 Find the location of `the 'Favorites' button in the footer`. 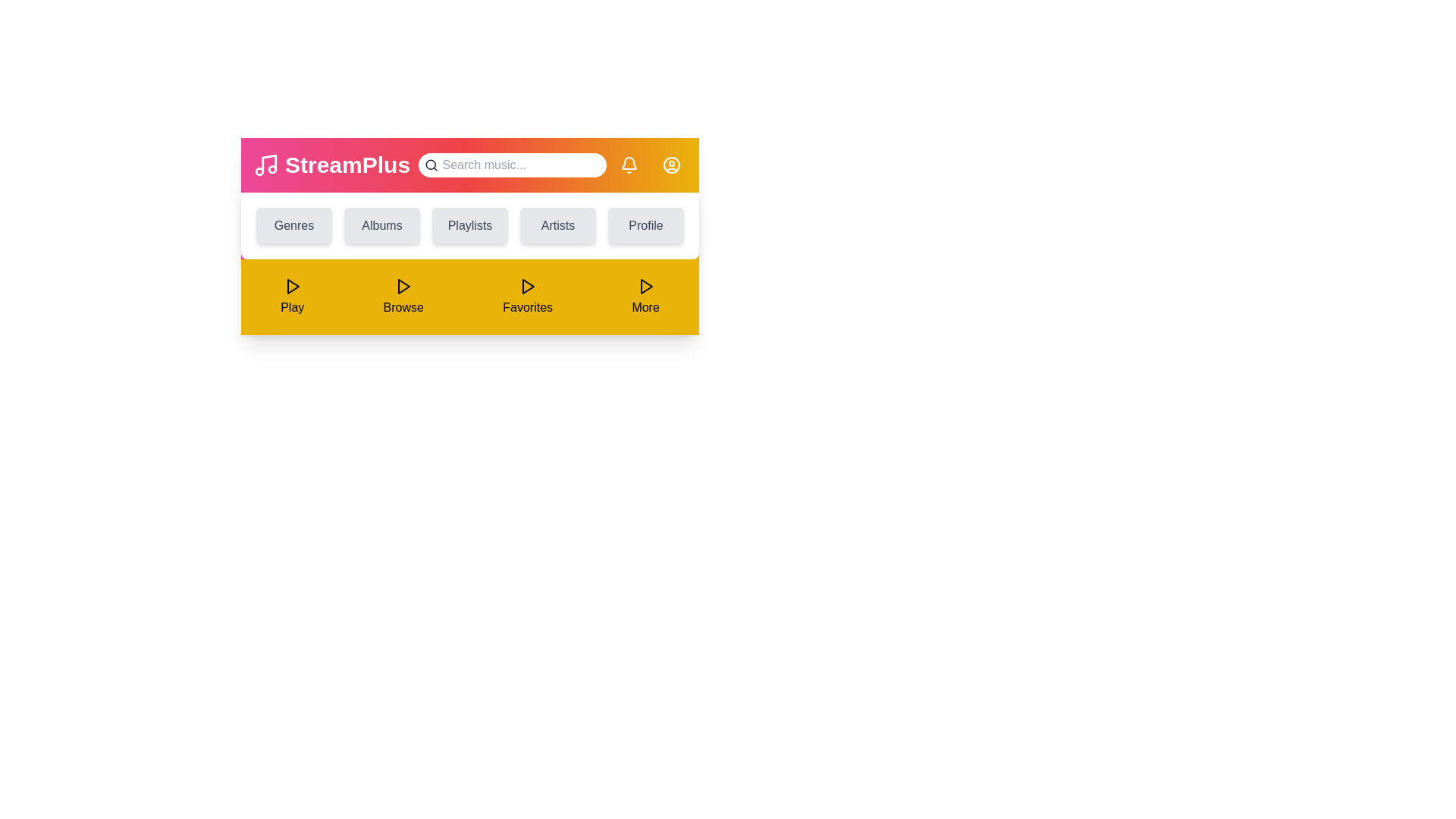

the 'Favorites' button in the footer is located at coordinates (528, 297).